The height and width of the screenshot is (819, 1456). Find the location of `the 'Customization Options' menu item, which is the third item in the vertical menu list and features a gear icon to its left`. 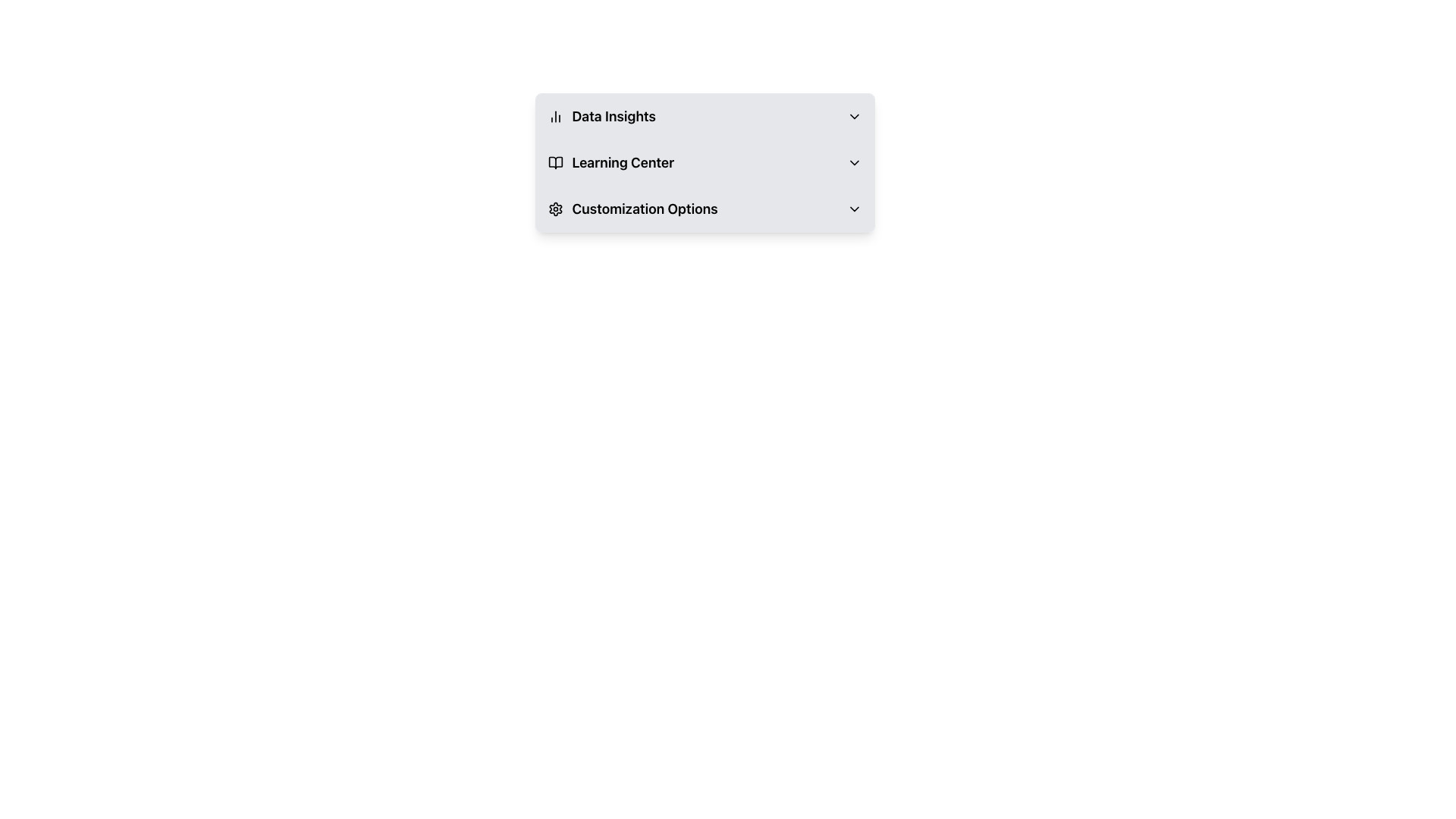

the 'Customization Options' menu item, which is the third item in the vertical menu list and features a gear icon to its left is located at coordinates (632, 209).